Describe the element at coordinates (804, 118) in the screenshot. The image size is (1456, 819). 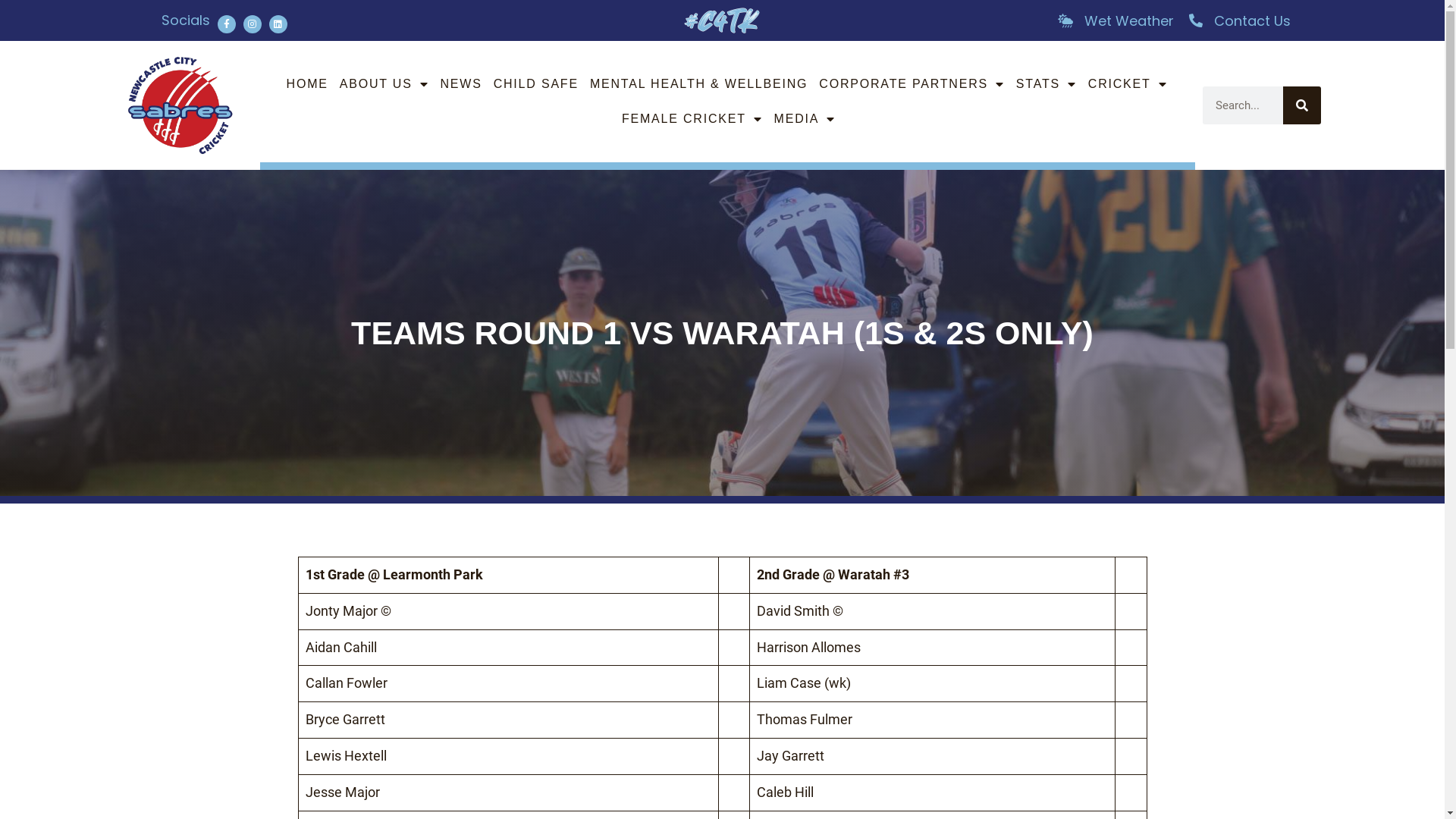
I see `'MEDIA'` at that location.